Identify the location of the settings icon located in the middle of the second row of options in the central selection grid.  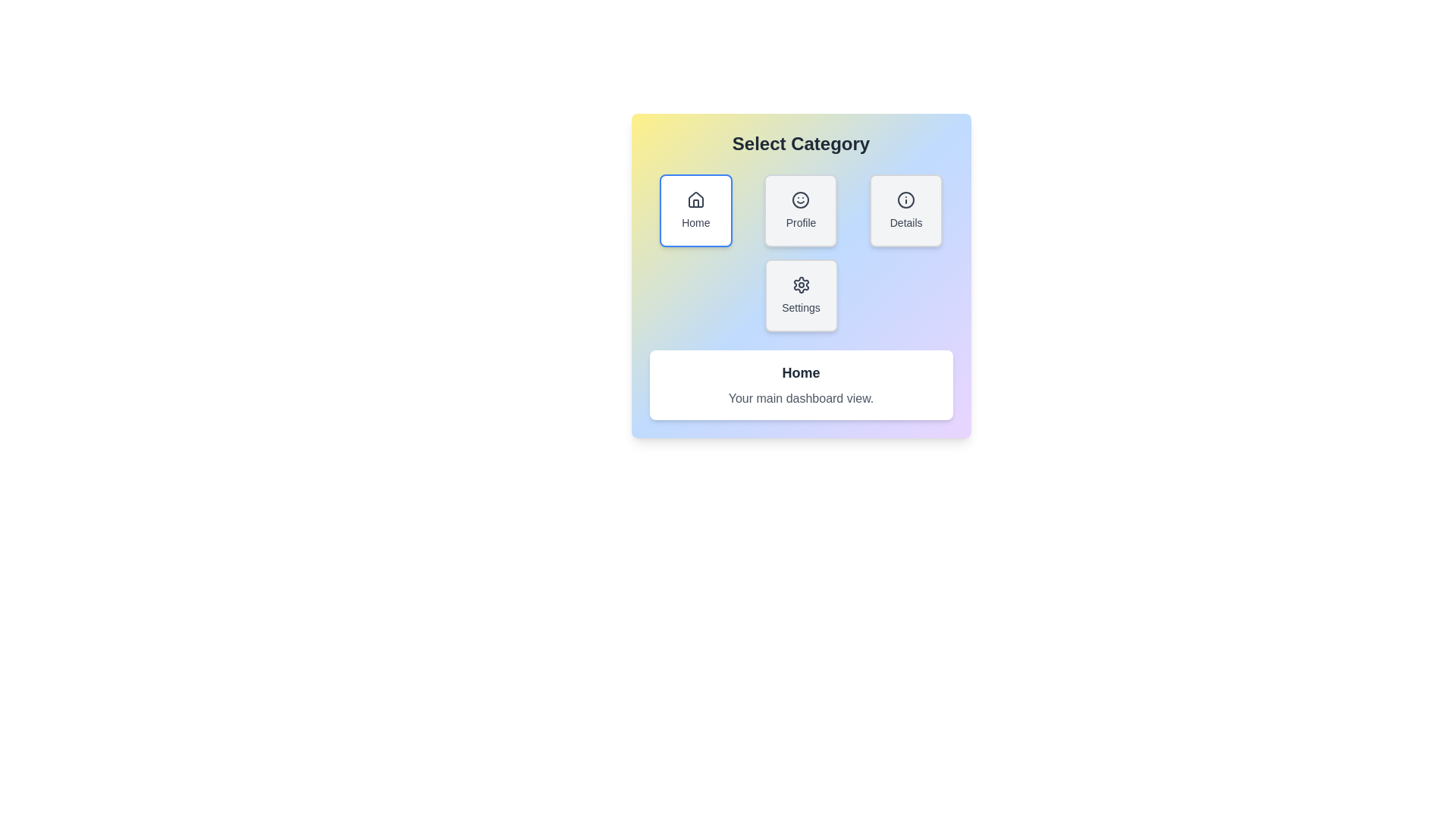
(800, 284).